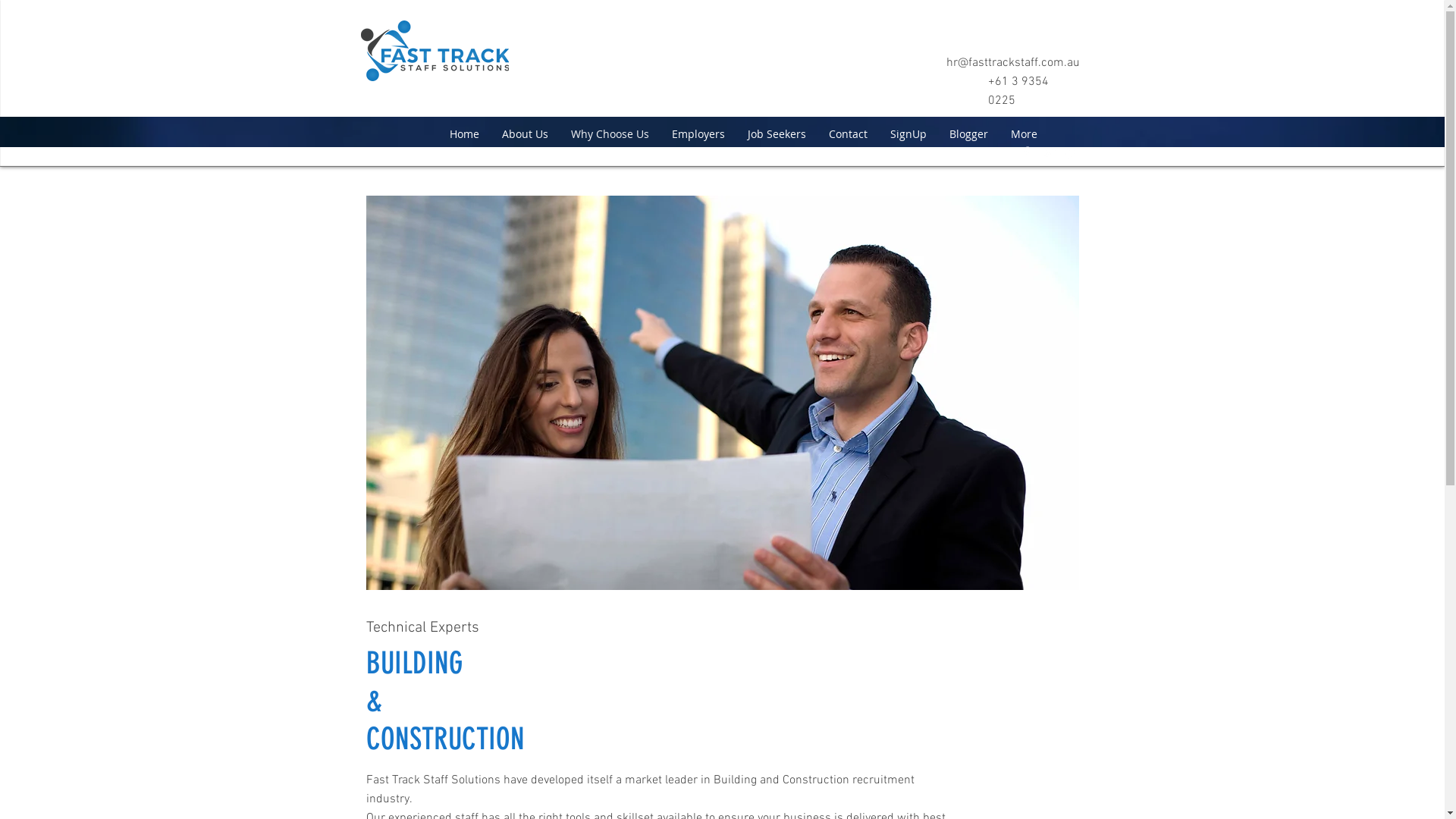 This screenshot has height=819, width=1456. I want to click on 'Why Choose Us', so click(559, 133).